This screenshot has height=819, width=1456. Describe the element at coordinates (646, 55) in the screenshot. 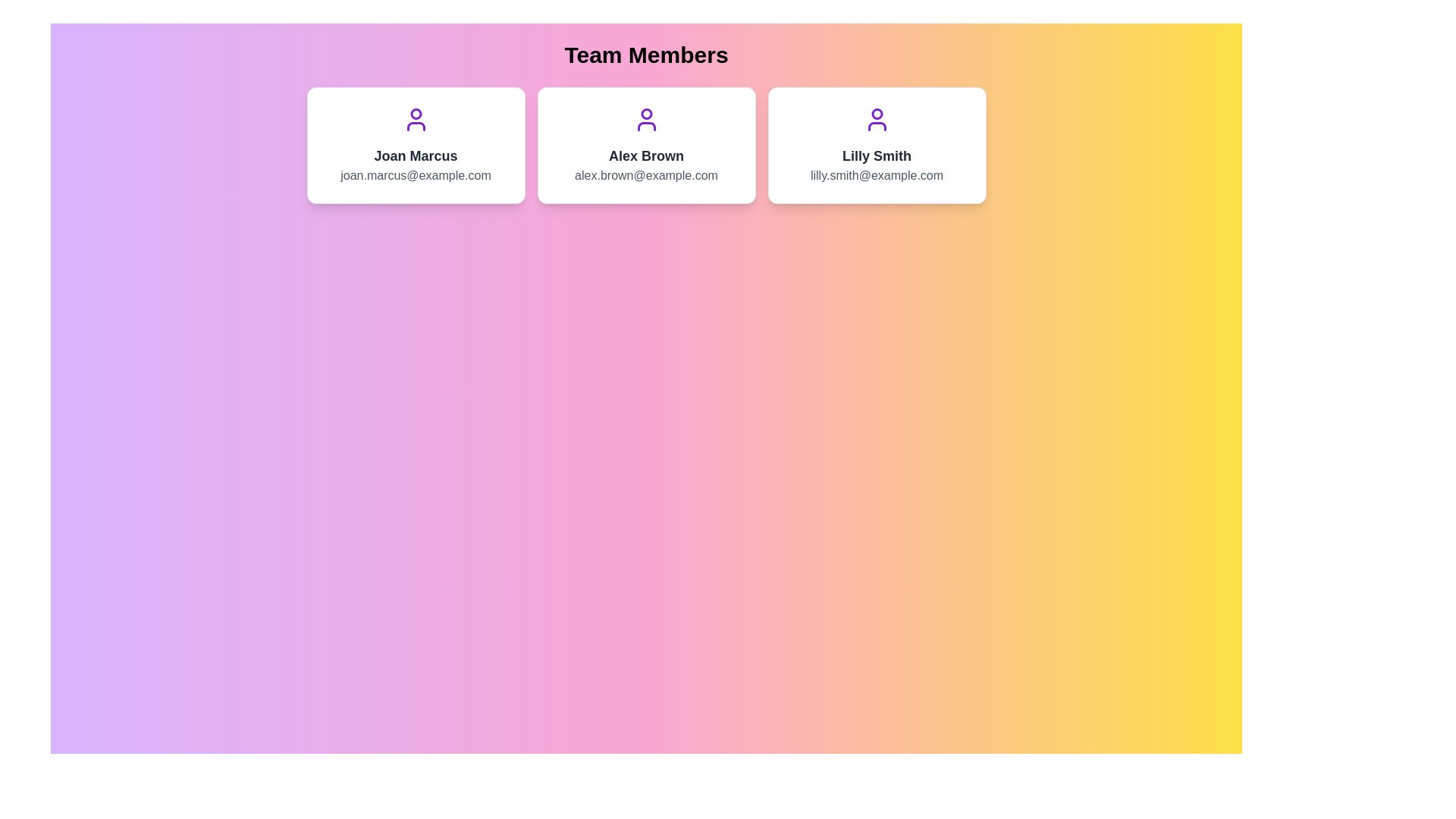

I see `the 'Team Members' heading text, which is bold and large, prominently displayed at the top-center of the section` at that location.